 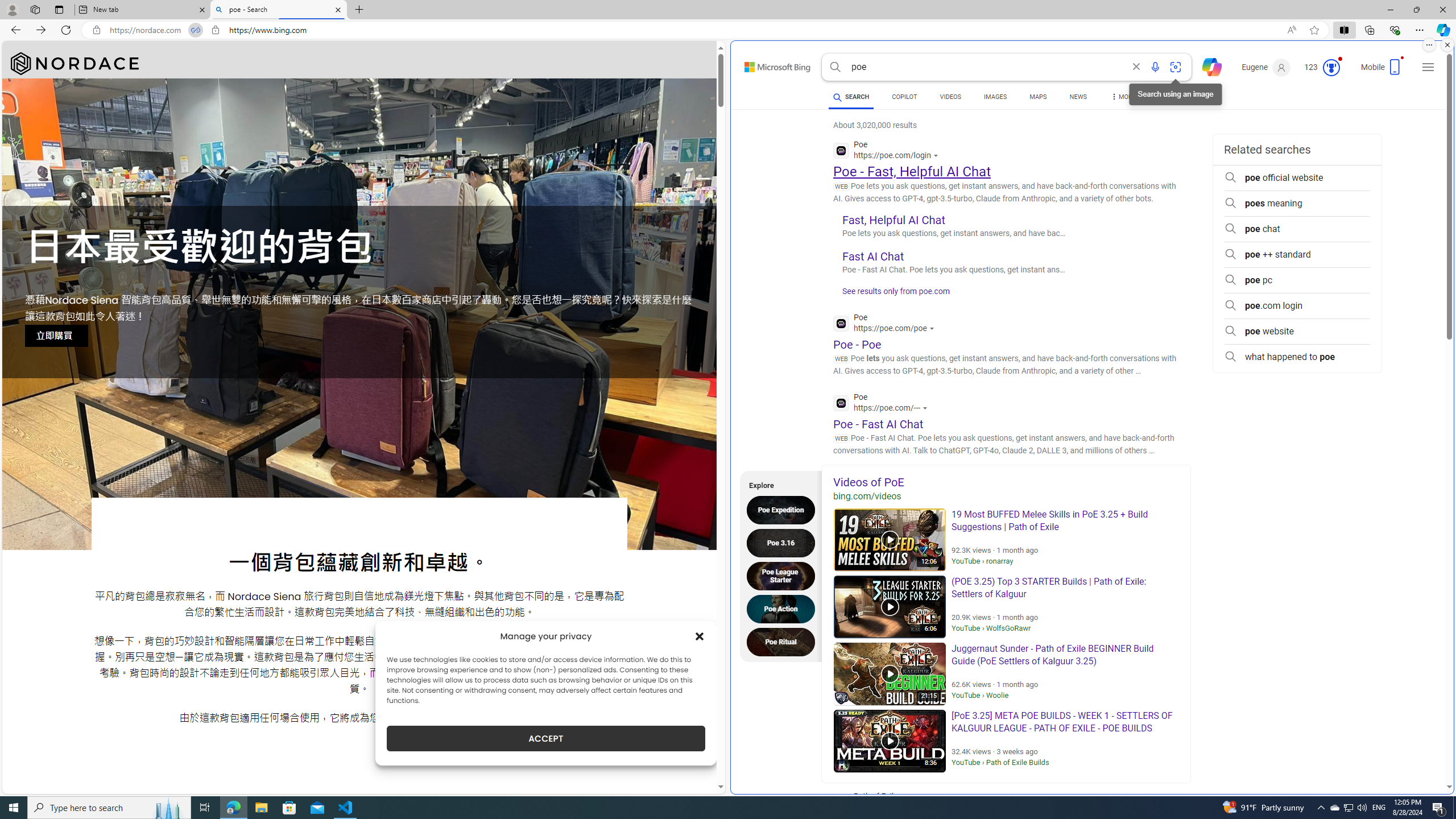 I want to click on 'poe official website', so click(x=1296, y=178).